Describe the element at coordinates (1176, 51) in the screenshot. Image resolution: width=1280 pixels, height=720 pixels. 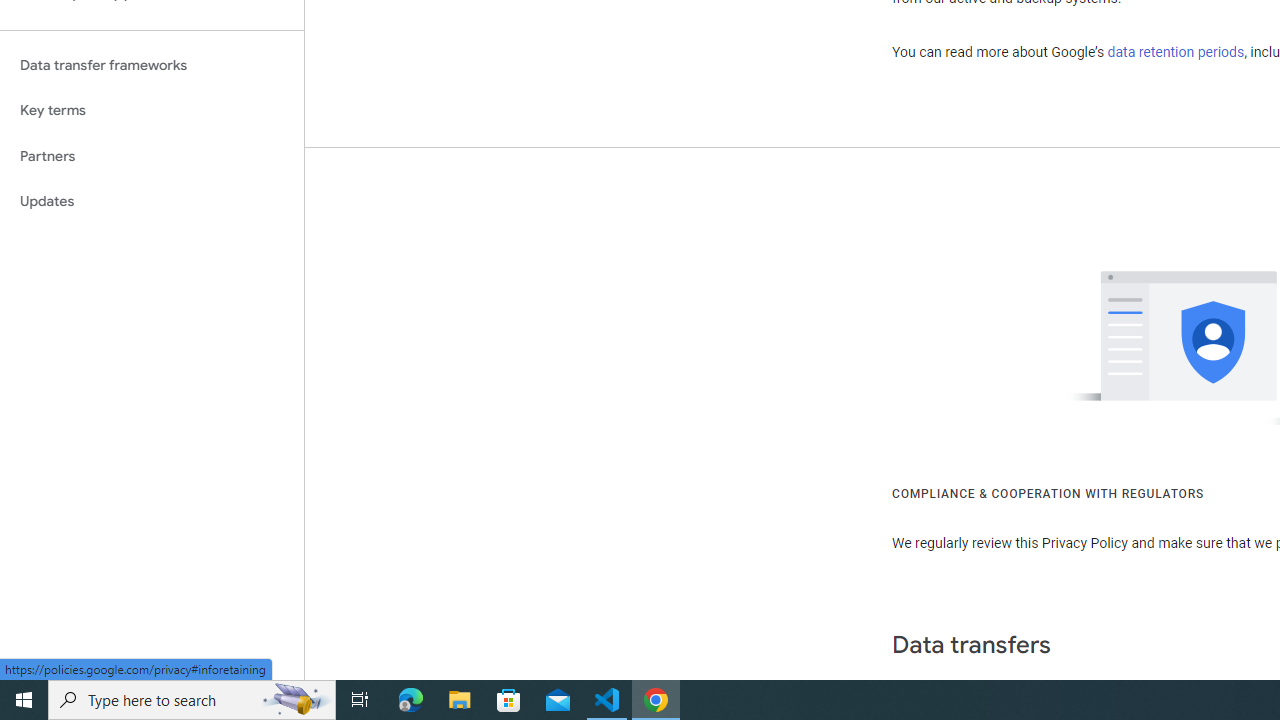
I see `'data retention periods'` at that location.